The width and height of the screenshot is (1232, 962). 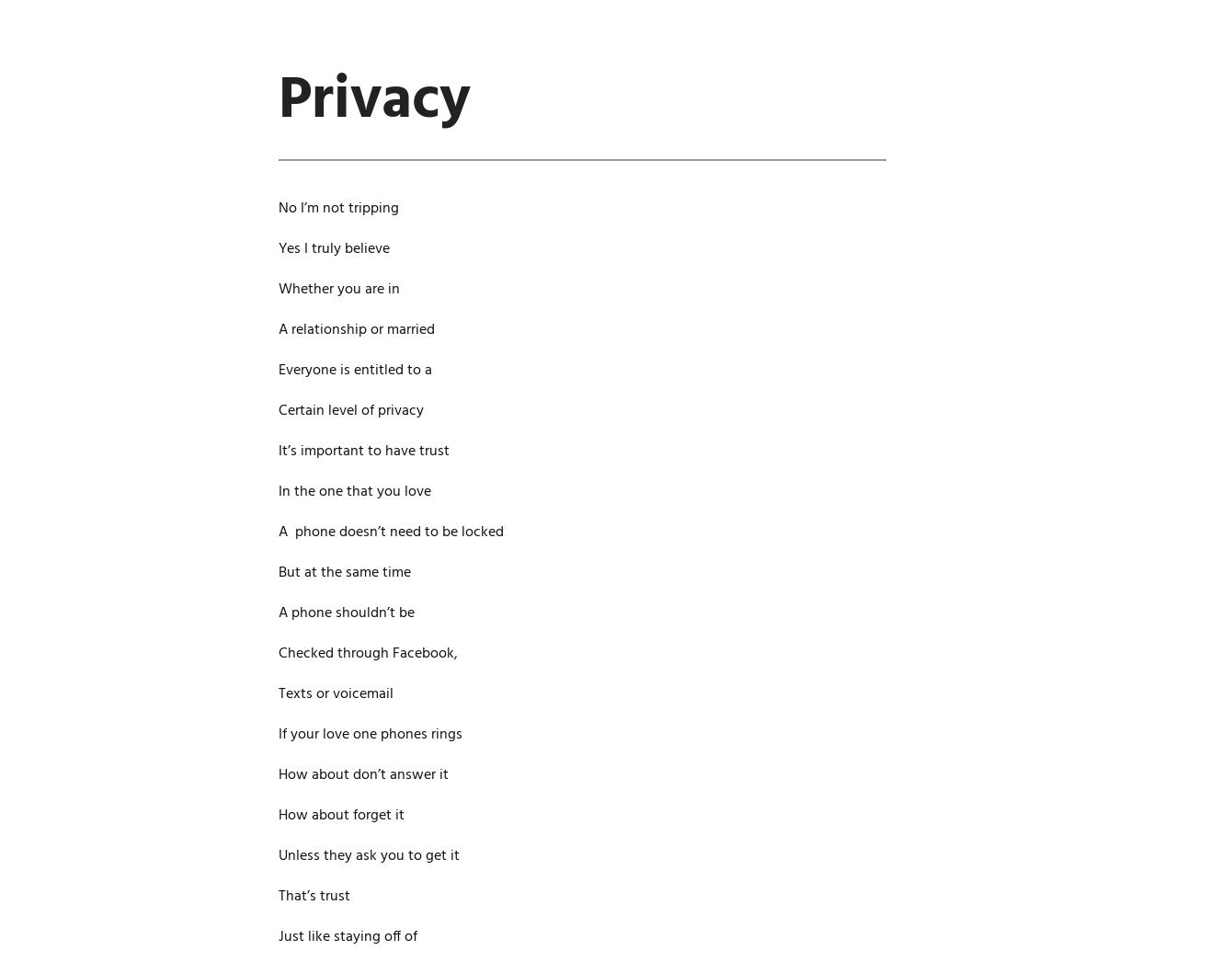 I want to click on 'Privacy', so click(x=373, y=100).